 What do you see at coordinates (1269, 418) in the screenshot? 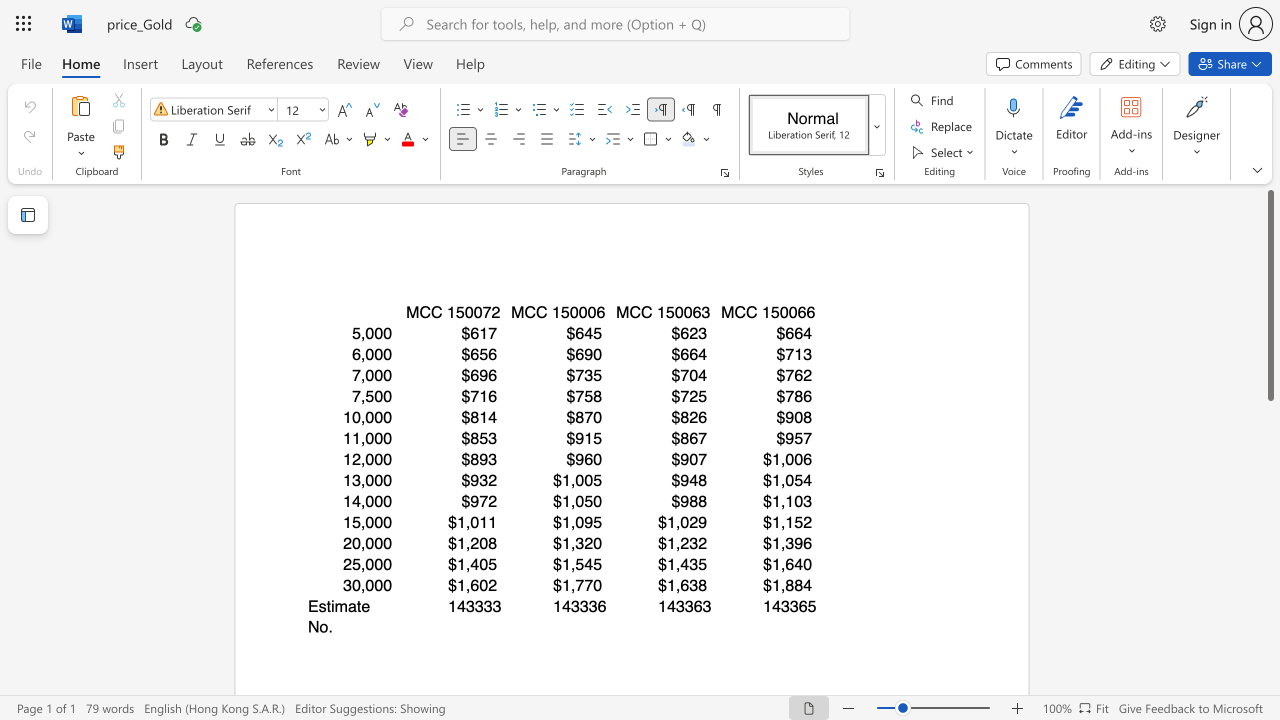
I see `the vertical scrollbar to lower the page content` at bounding box center [1269, 418].